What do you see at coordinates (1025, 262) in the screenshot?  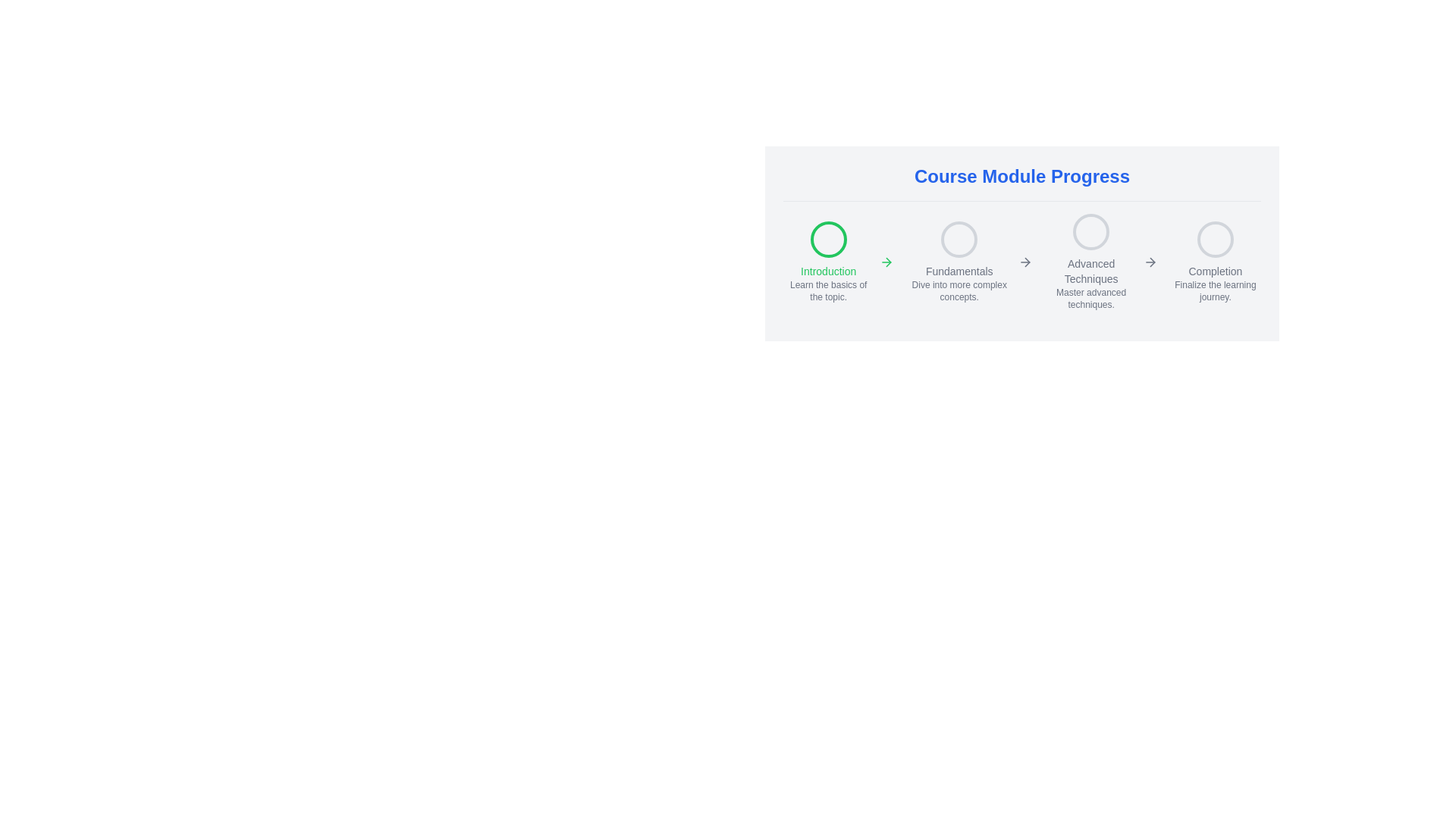 I see `the right-pointing arrow icon, which is gray and located next to the 'Fundamentals: Dive into more complex concepts.' text in the 'Course Module Progress' section` at bounding box center [1025, 262].